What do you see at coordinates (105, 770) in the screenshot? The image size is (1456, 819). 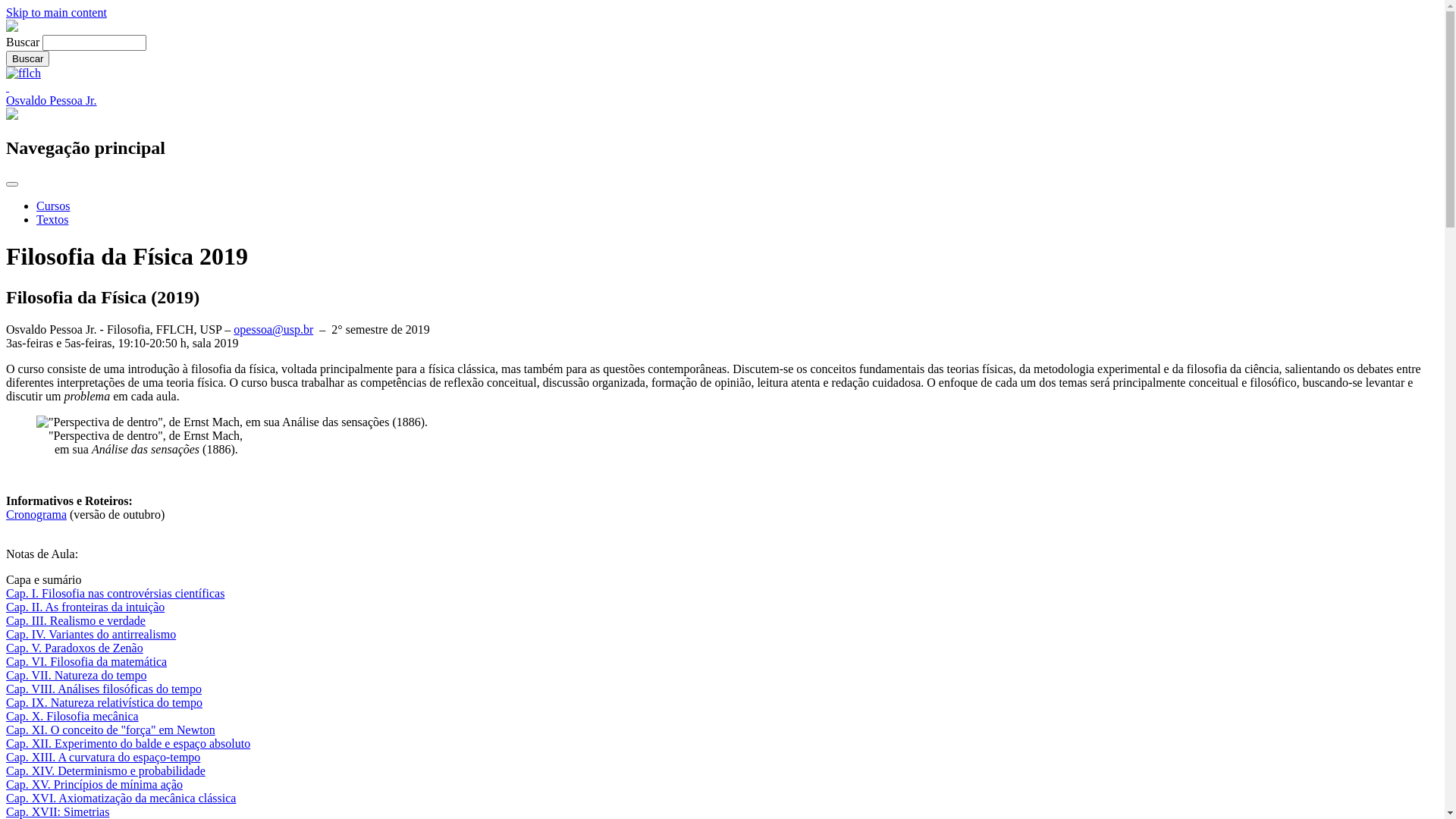 I see `'Cap. XIV. Determinismo e probabilidade'` at bounding box center [105, 770].